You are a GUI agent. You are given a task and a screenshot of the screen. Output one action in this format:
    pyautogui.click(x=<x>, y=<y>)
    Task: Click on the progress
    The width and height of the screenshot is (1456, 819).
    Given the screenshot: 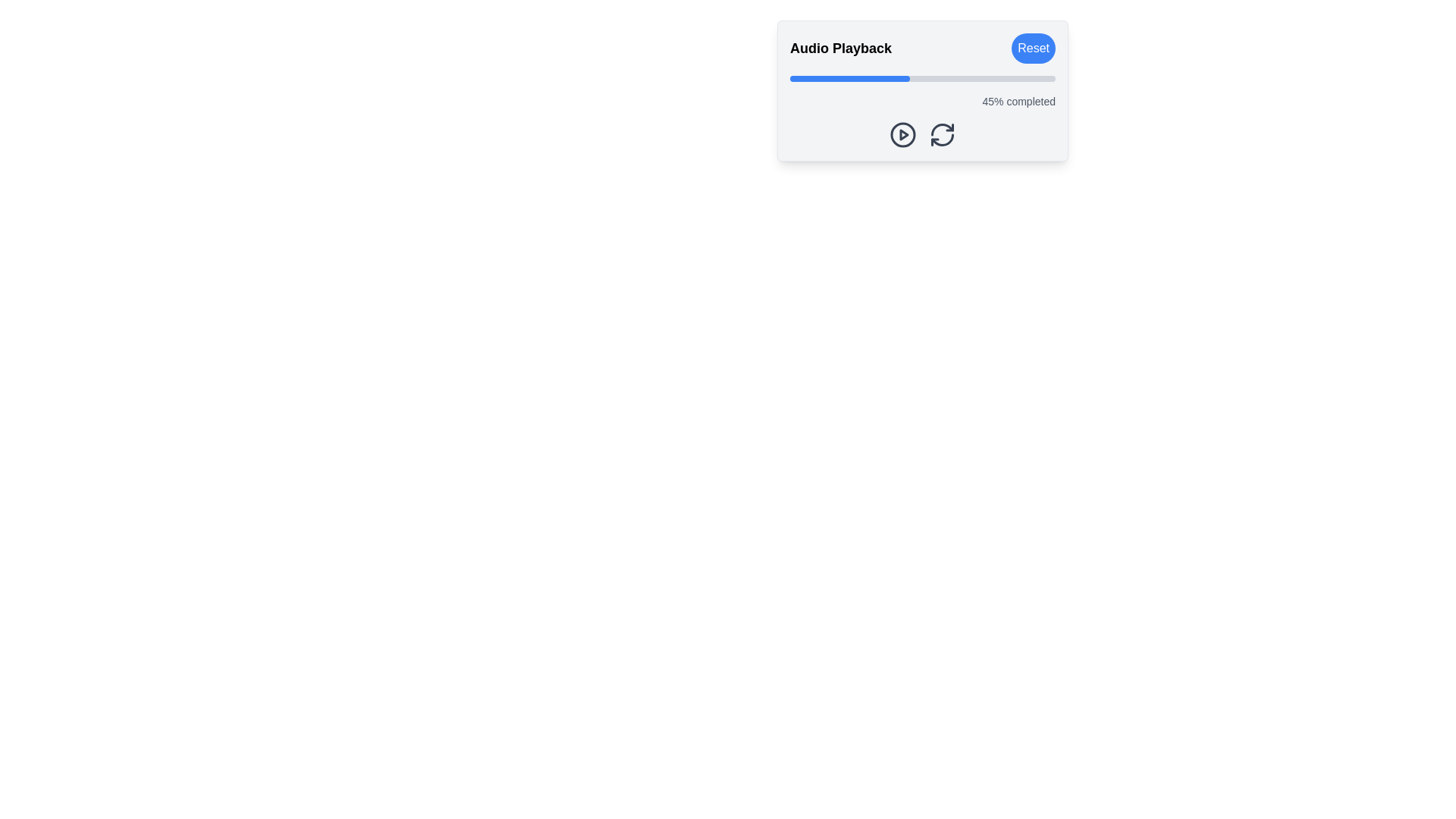 What is the action you would take?
    pyautogui.click(x=824, y=79)
    